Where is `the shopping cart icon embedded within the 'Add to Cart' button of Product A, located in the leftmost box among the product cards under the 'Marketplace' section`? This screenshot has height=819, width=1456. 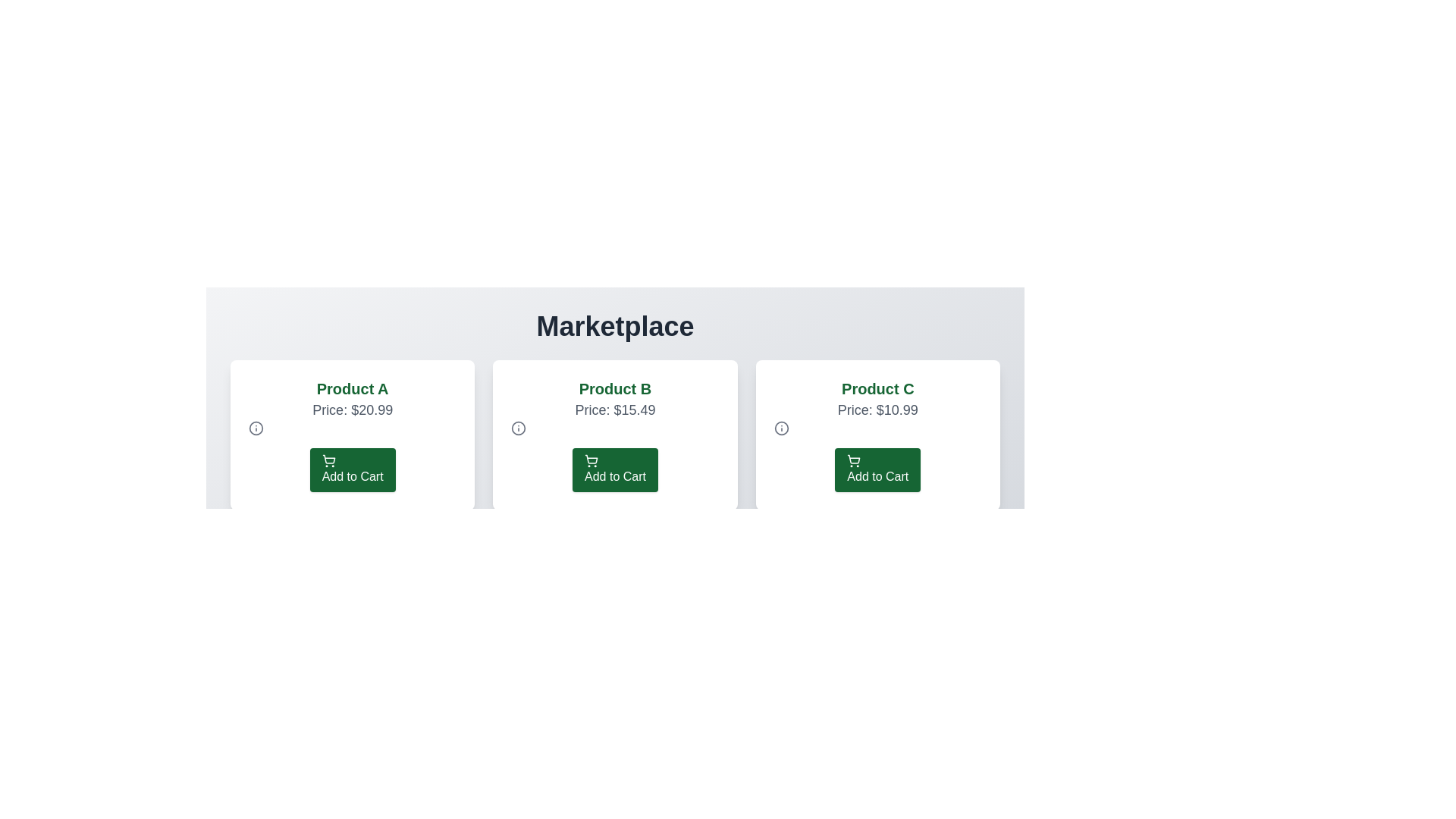
the shopping cart icon embedded within the 'Add to Cart' button of Product A, located in the leftmost box among the product cards under the 'Marketplace' section is located at coordinates (328, 458).